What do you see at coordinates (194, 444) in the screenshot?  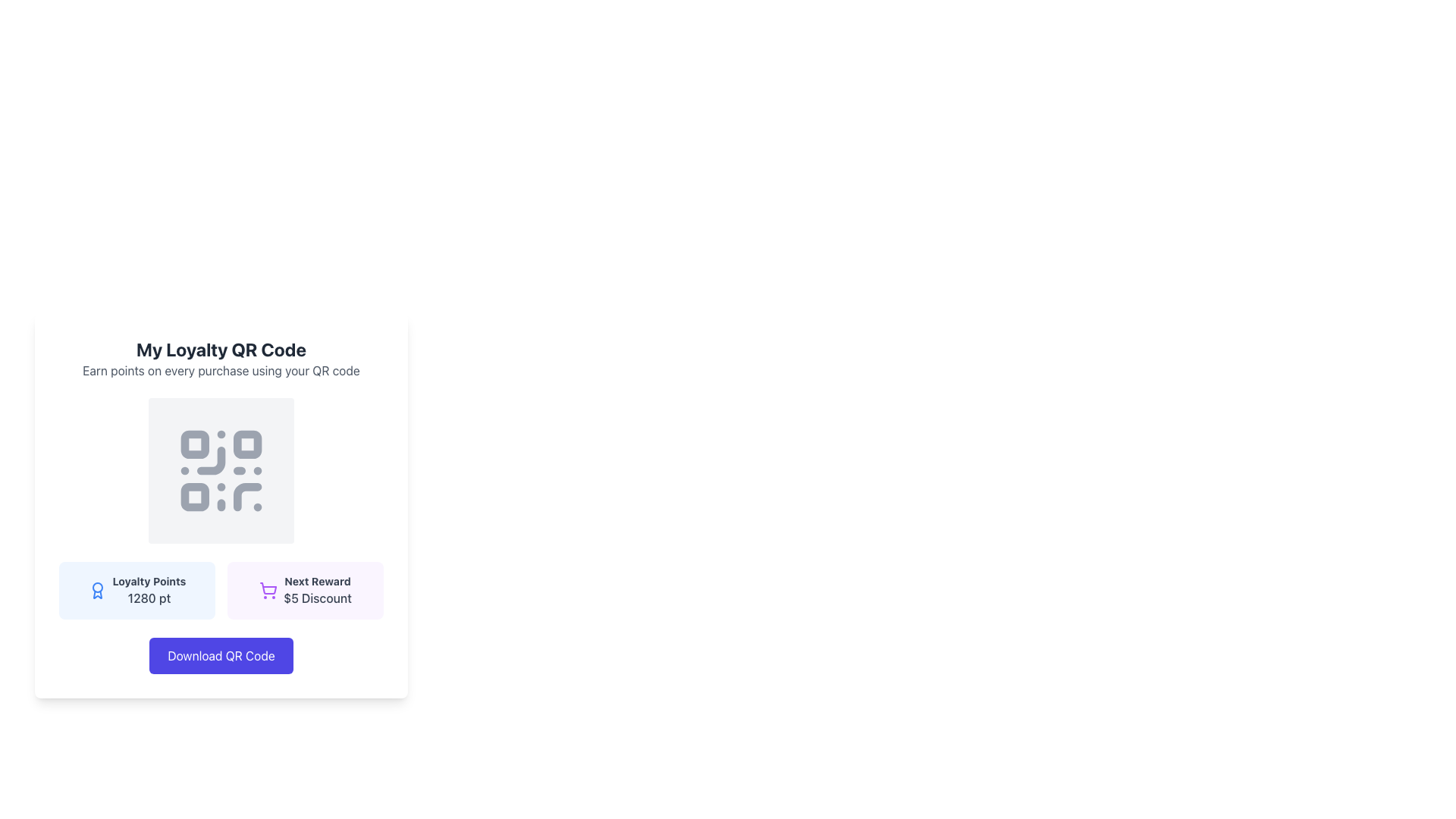 I see `the small gray square with rounded corners located at the top-left corner of the QR code graphic in the 'My Loyalty QR Code' interface` at bounding box center [194, 444].